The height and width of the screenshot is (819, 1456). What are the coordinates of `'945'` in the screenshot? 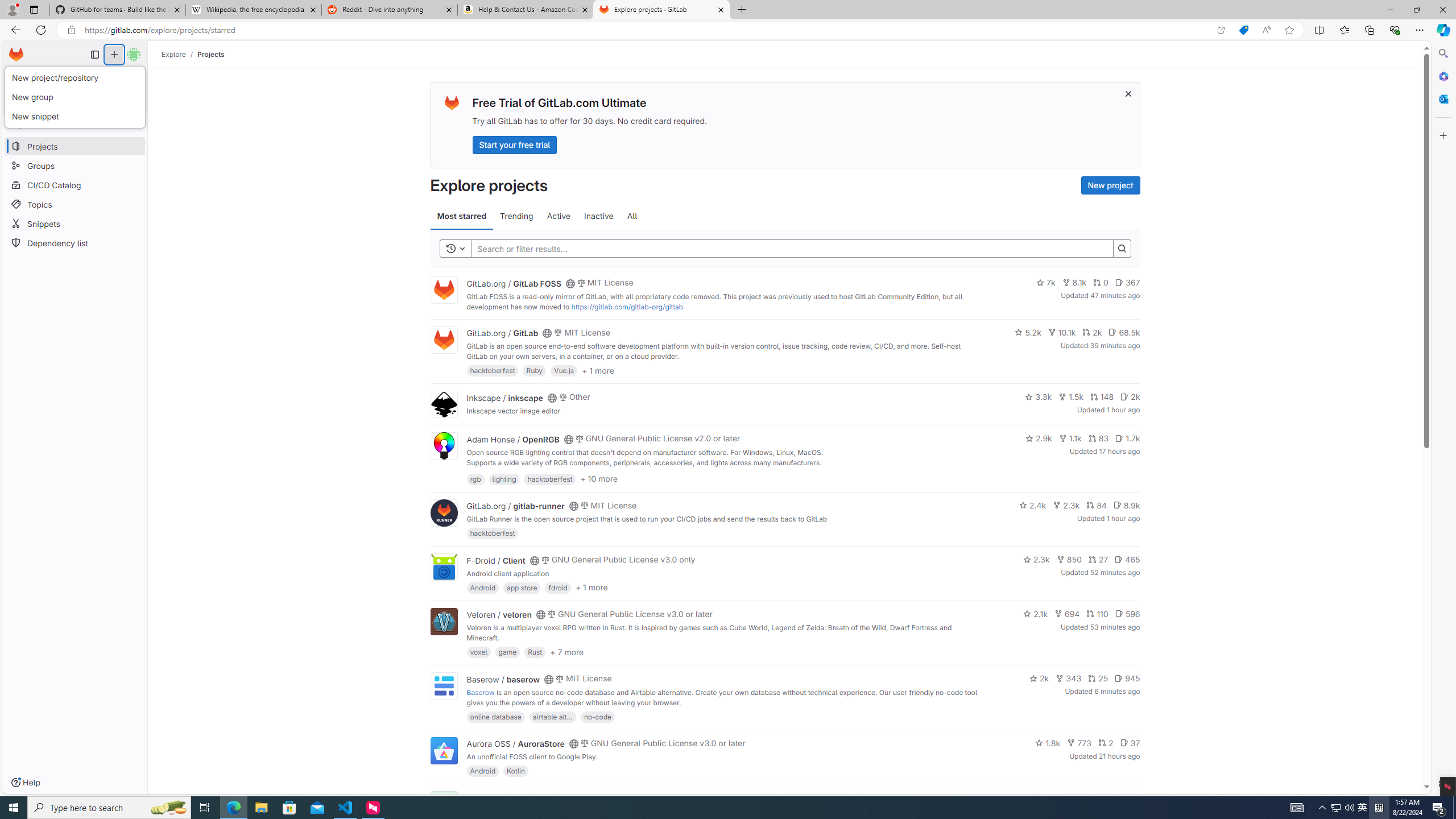 It's located at (1127, 678).